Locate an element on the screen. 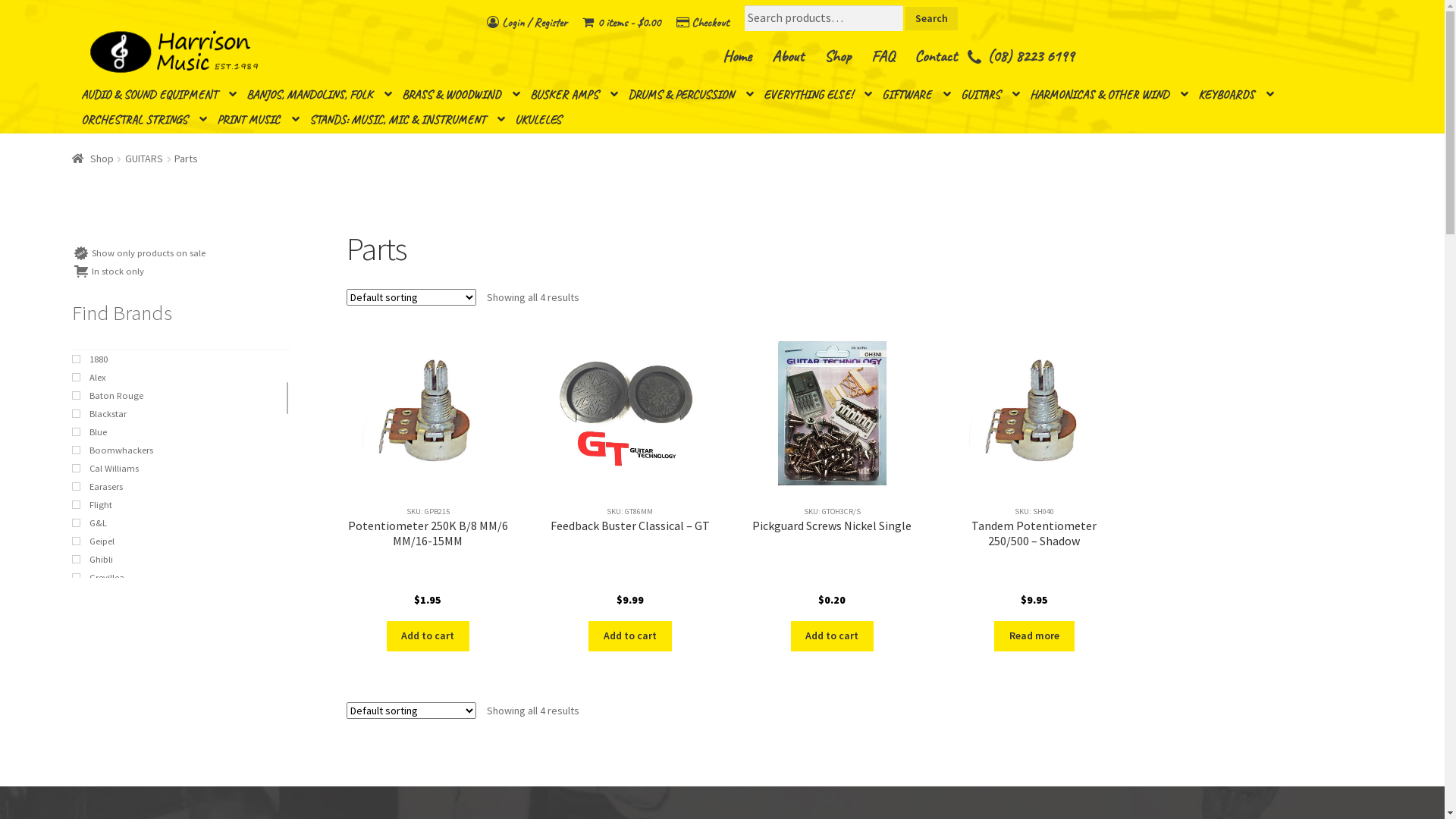  'STANDS: MUSIC, MIC & INSTRUMENT' is located at coordinates (407, 119).